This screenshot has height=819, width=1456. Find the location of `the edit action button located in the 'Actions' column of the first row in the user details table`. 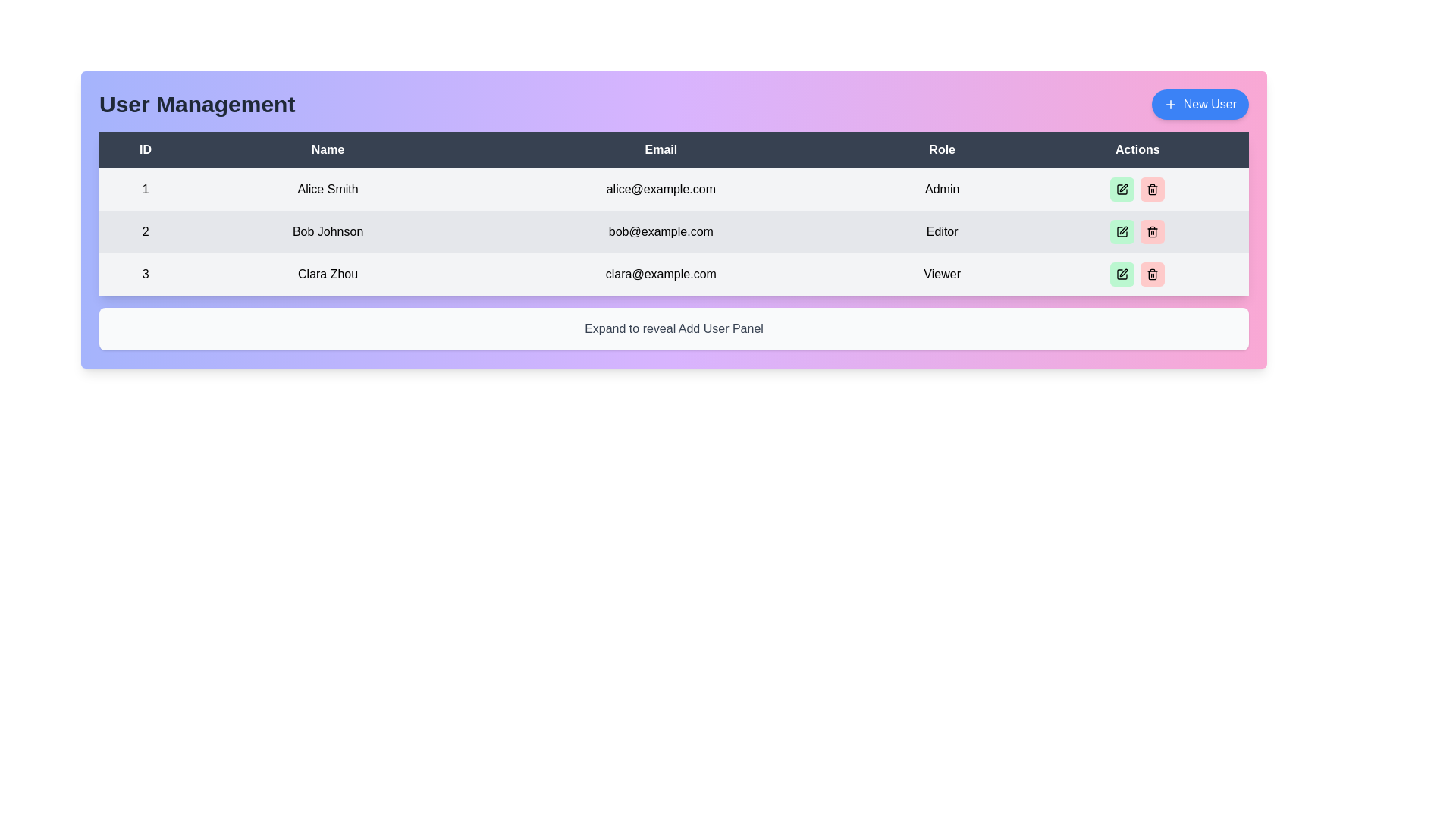

the edit action button located in the 'Actions' column of the first row in the user details table is located at coordinates (1122, 189).